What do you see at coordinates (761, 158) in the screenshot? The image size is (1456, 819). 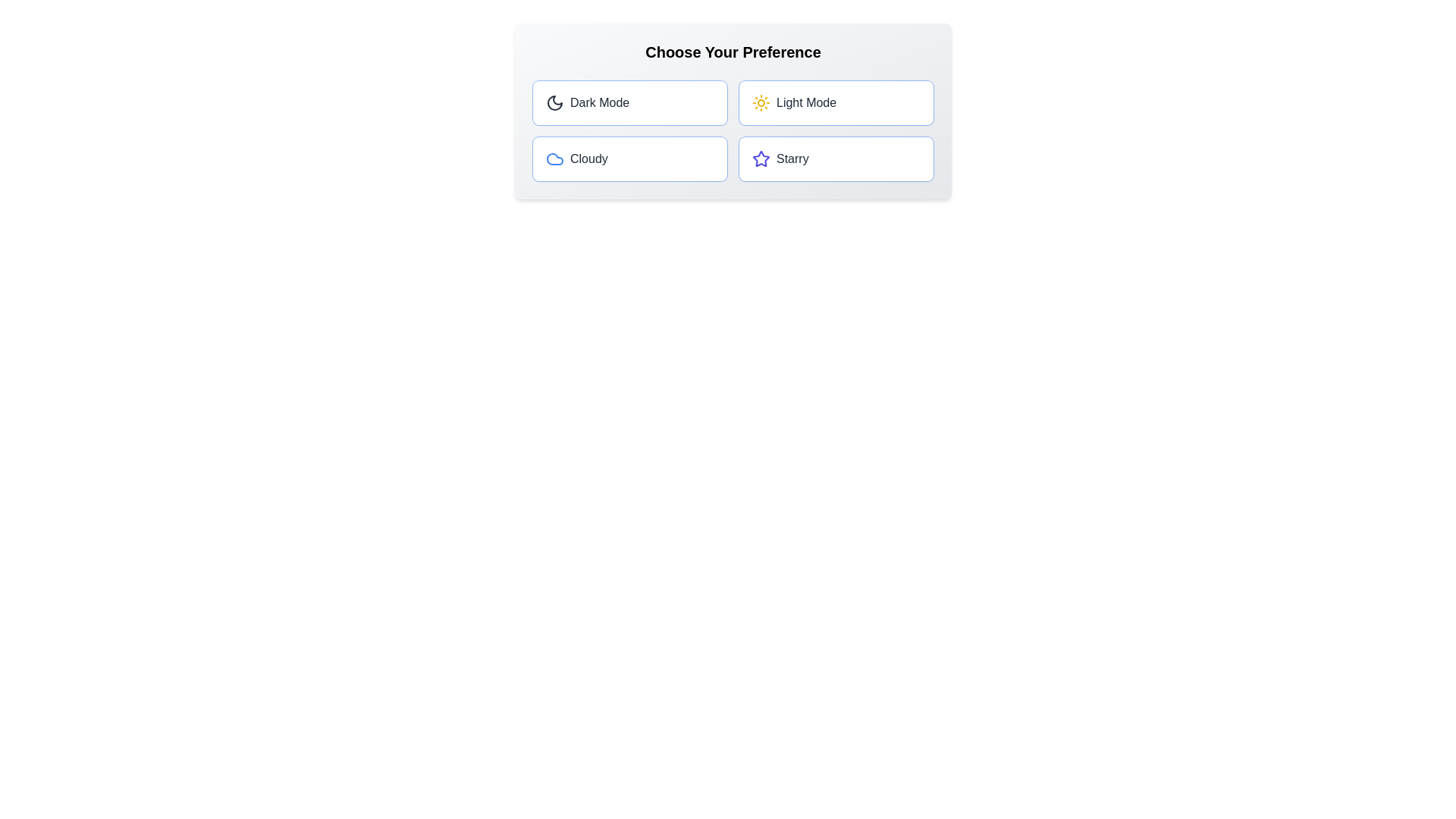 I see `the blue star-shaped icon located in the lower-right quadrant of the 'Choose Your Preference' grid, directly associated with the 'Starry' option` at bounding box center [761, 158].